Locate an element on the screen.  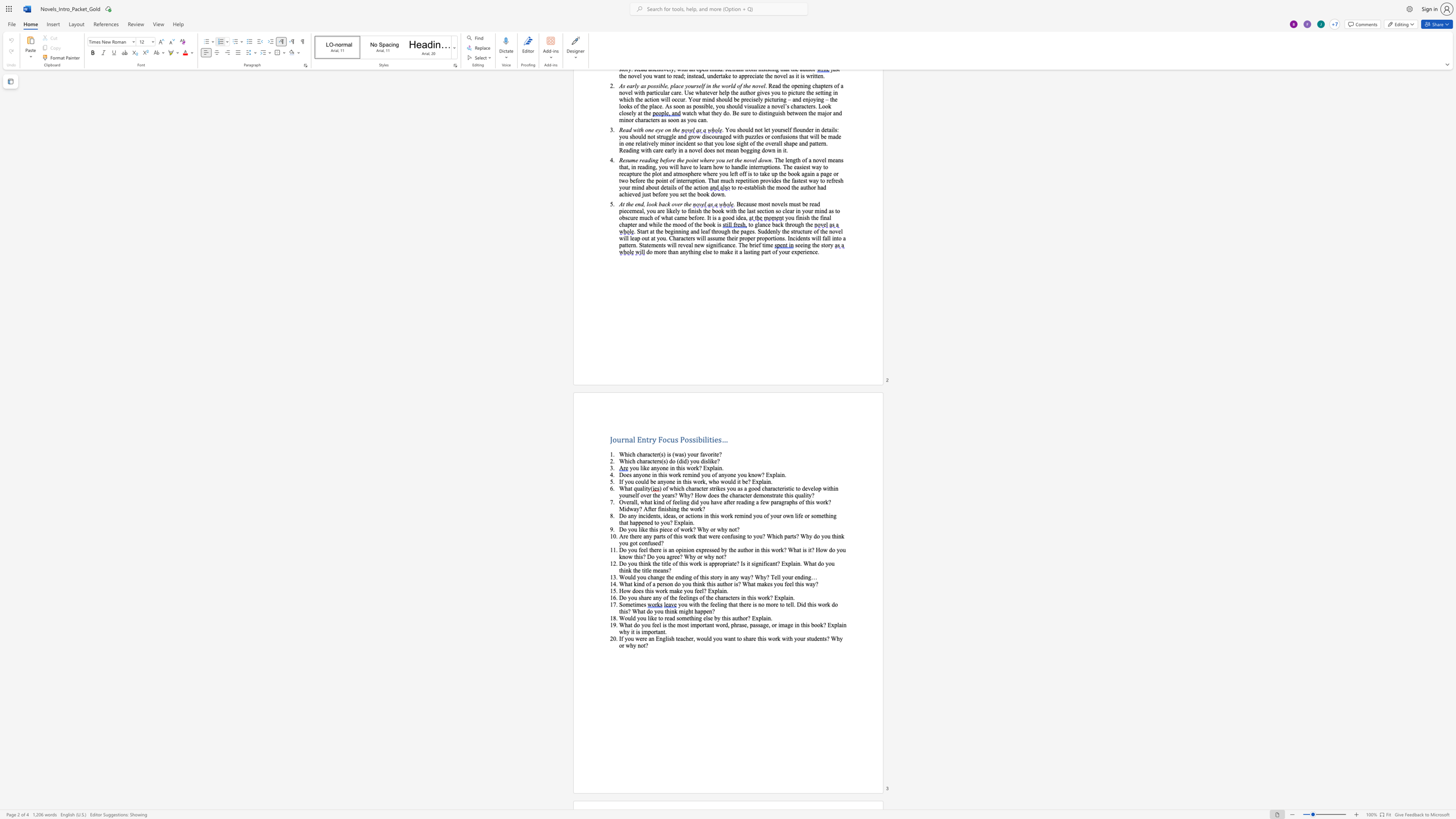
the space between the continuous character "h" and "a" in the text is located at coordinates (642, 454).